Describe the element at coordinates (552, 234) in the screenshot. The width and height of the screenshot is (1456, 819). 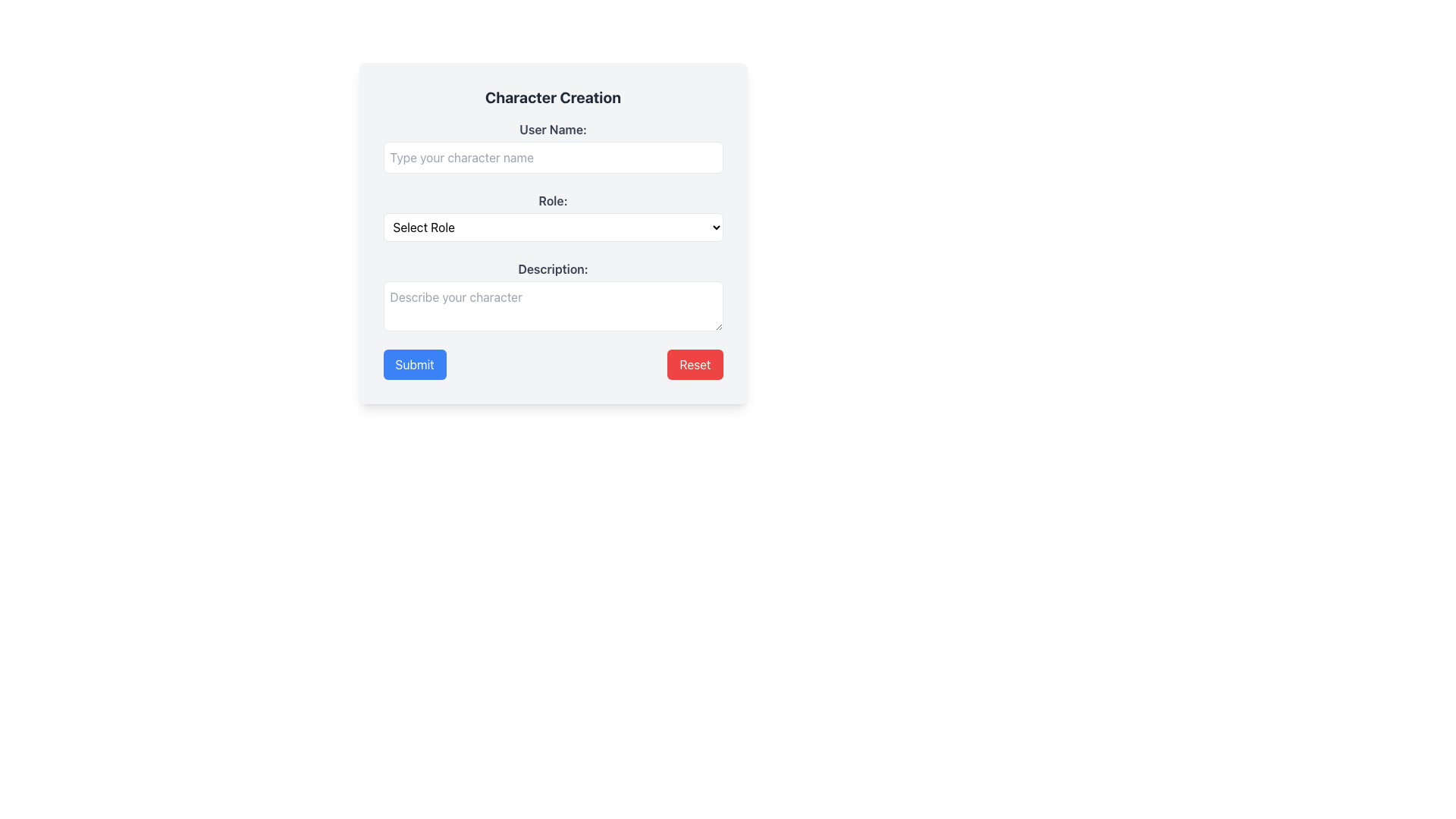
I see `the dropdown menu labeled 'Select Role'` at that location.